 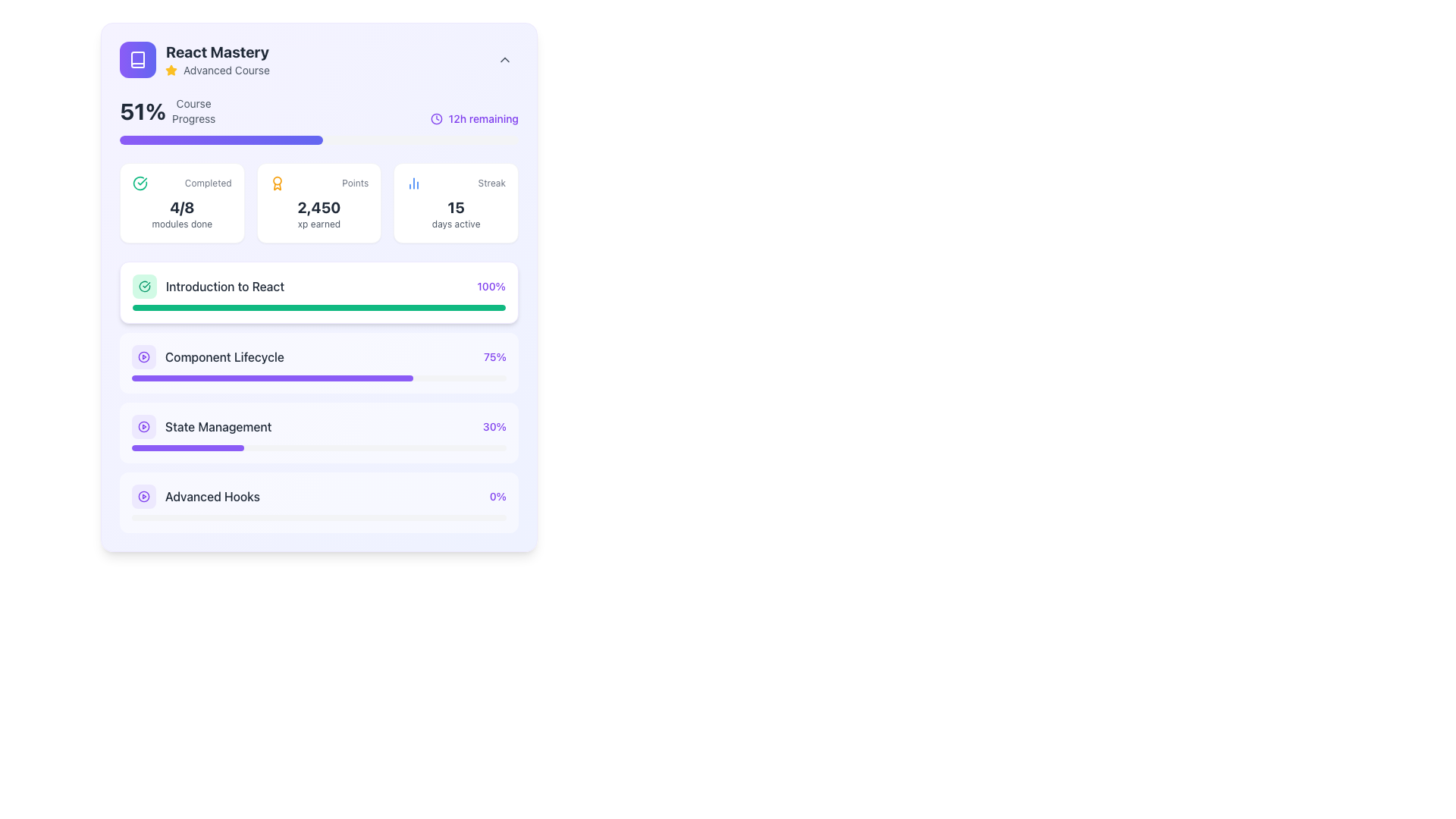 What do you see at coordinates (187, 447) in the screenshot?
I see `the violet-filled progress bar indicating 30% completion for the 'State Management' module, which is between 'Component Lifecycle' and 'Advanced Hooks'` at bounding box center [187, 447].